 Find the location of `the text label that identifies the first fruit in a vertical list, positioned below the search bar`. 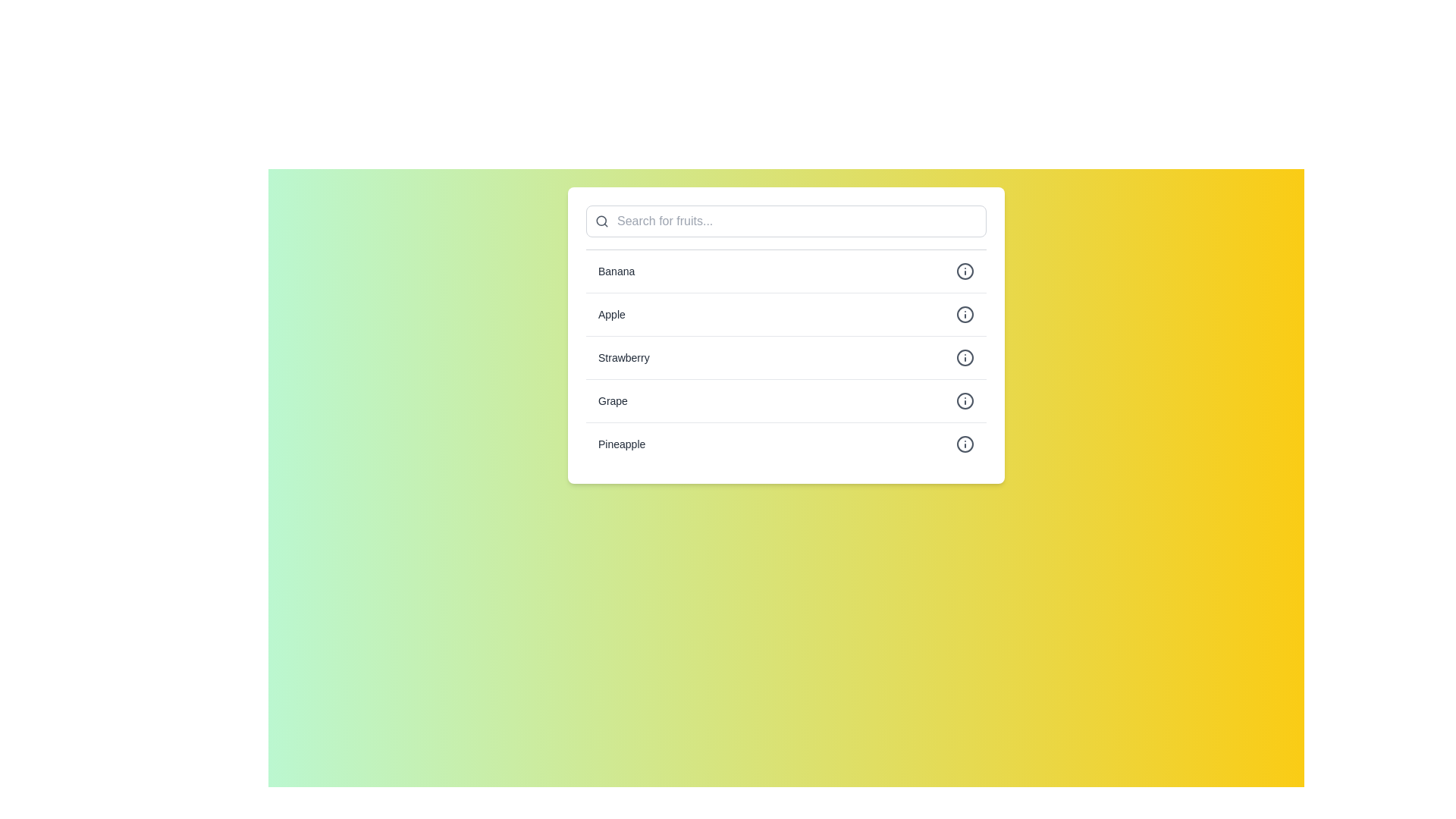

the text label that identifies the first fruit in a vertical list, positioned below the search bar is located at coordinates (617, 271).